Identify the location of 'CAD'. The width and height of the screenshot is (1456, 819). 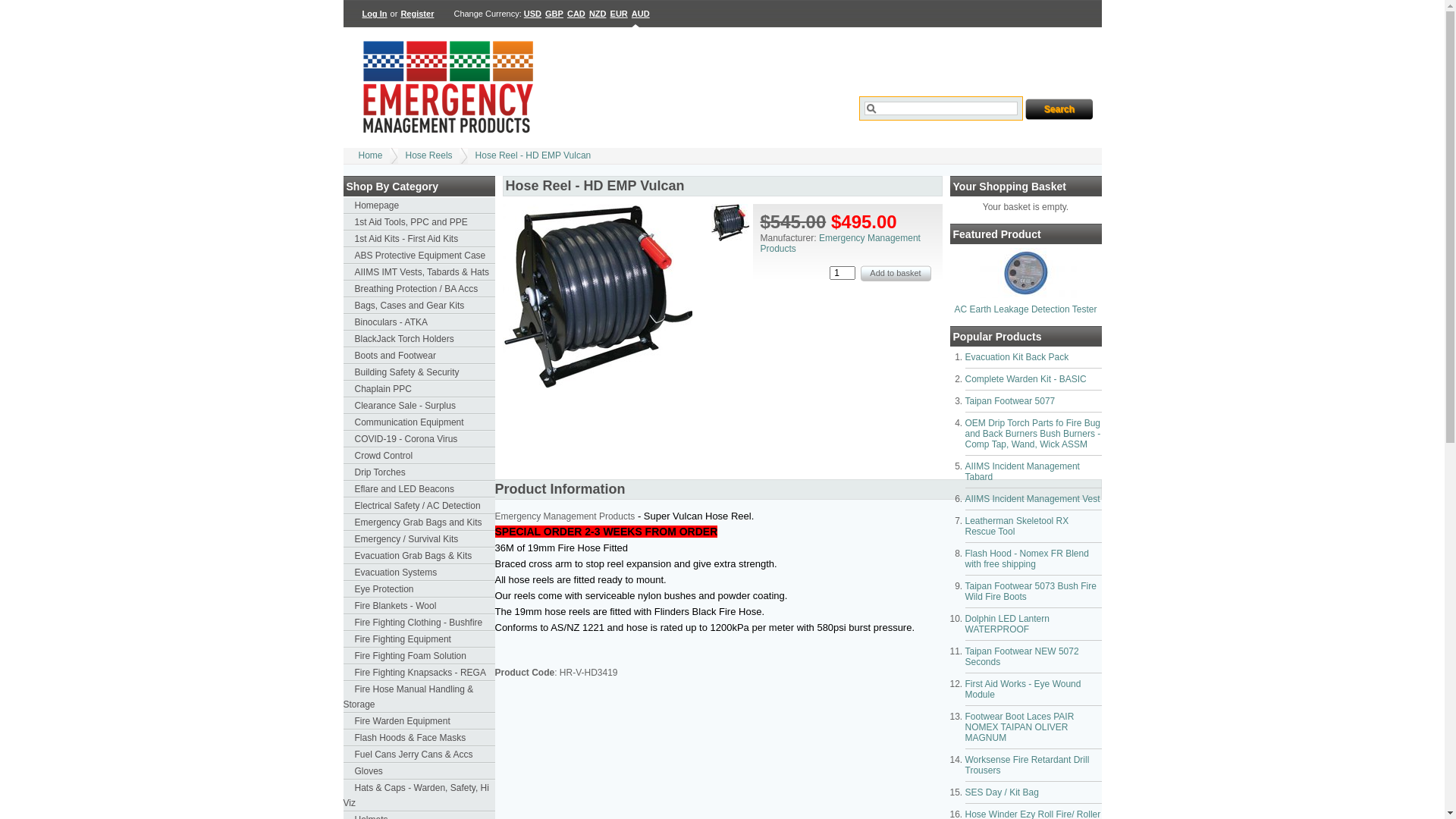
(575, 14).